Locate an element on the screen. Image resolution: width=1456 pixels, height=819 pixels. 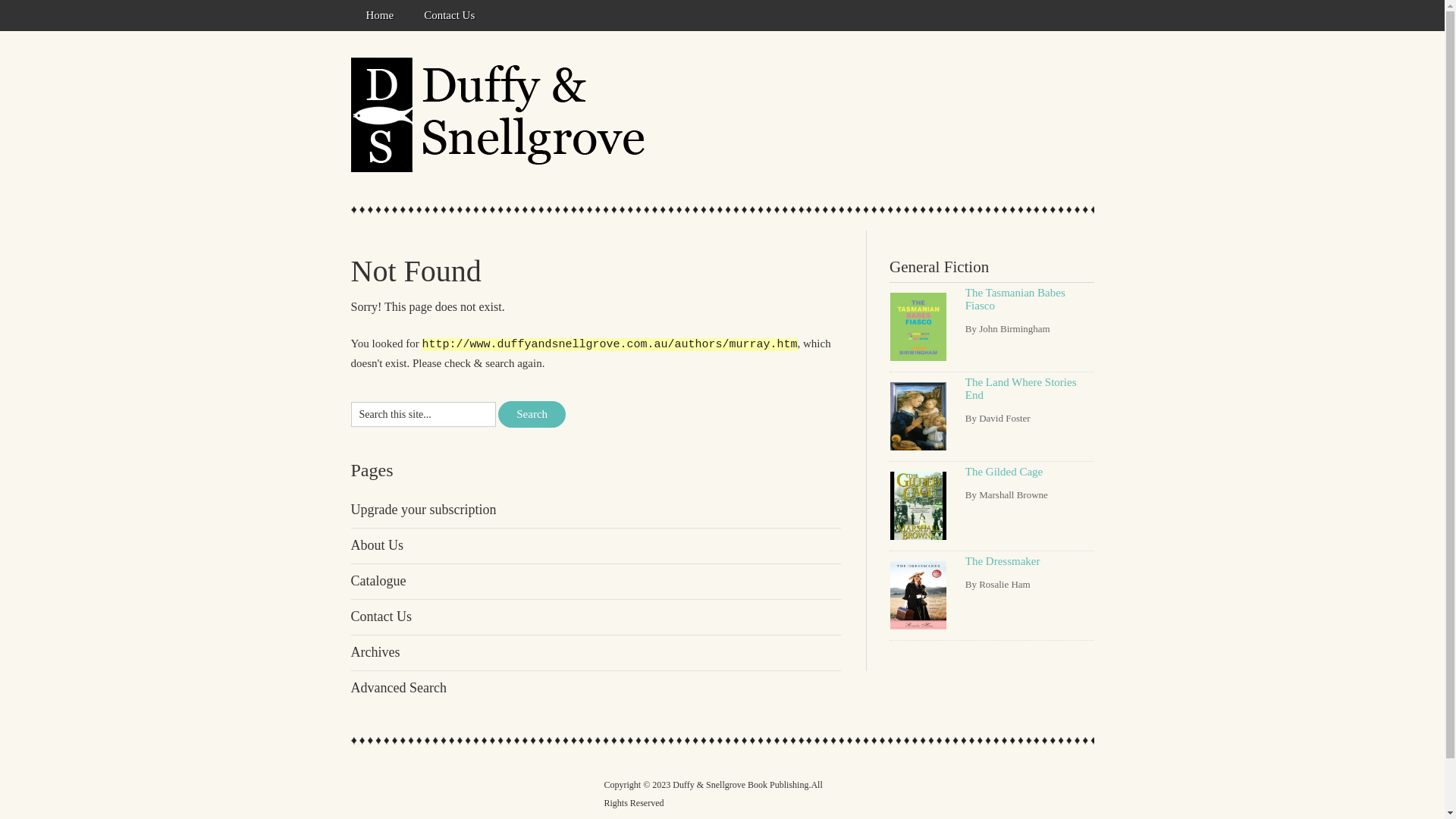
'About Us' is located at coordinates (377, 544).